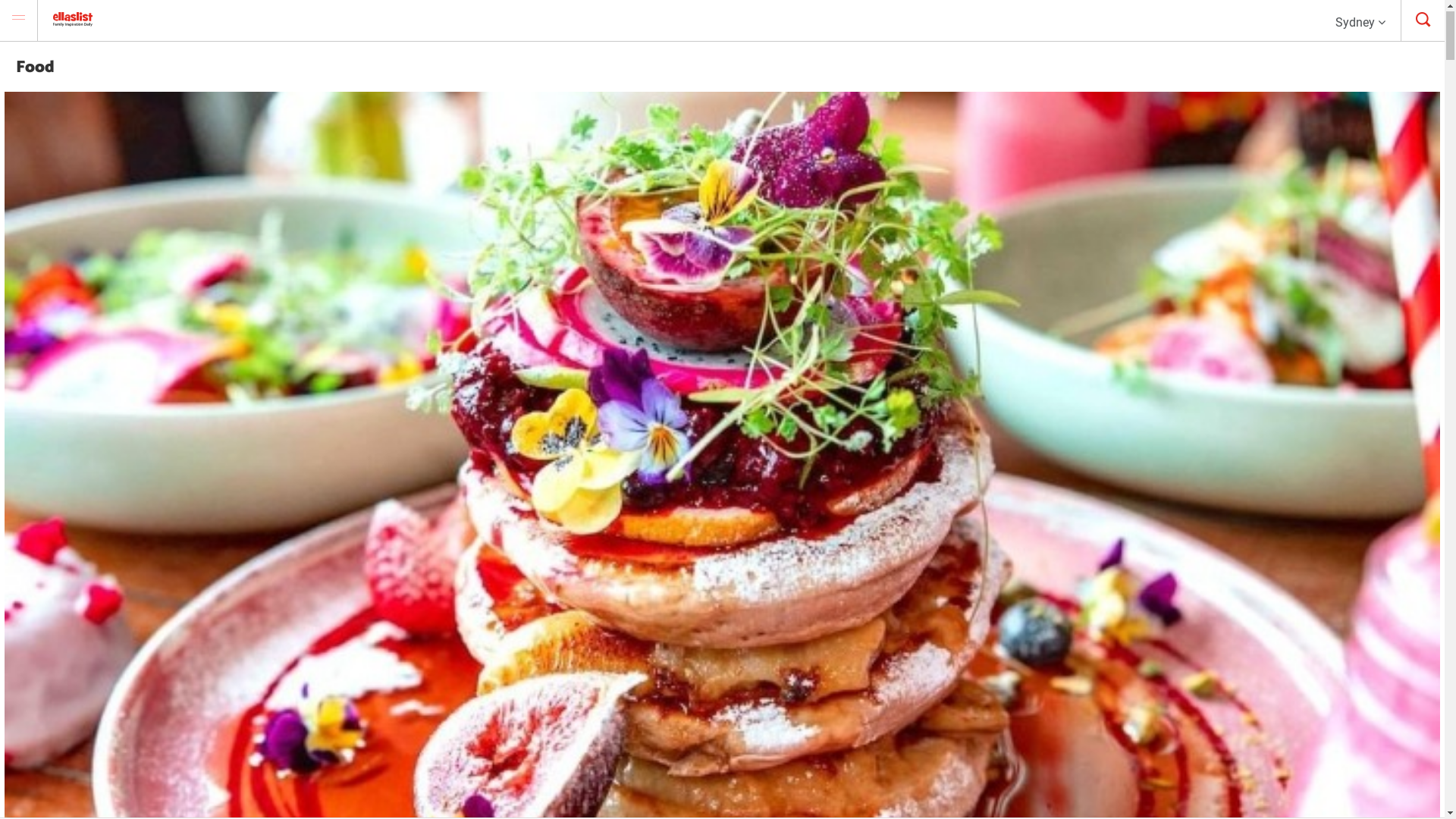  Describe the element at coordinates (1360, 18) in the screenshot. I see `'Sydney'` at that location.